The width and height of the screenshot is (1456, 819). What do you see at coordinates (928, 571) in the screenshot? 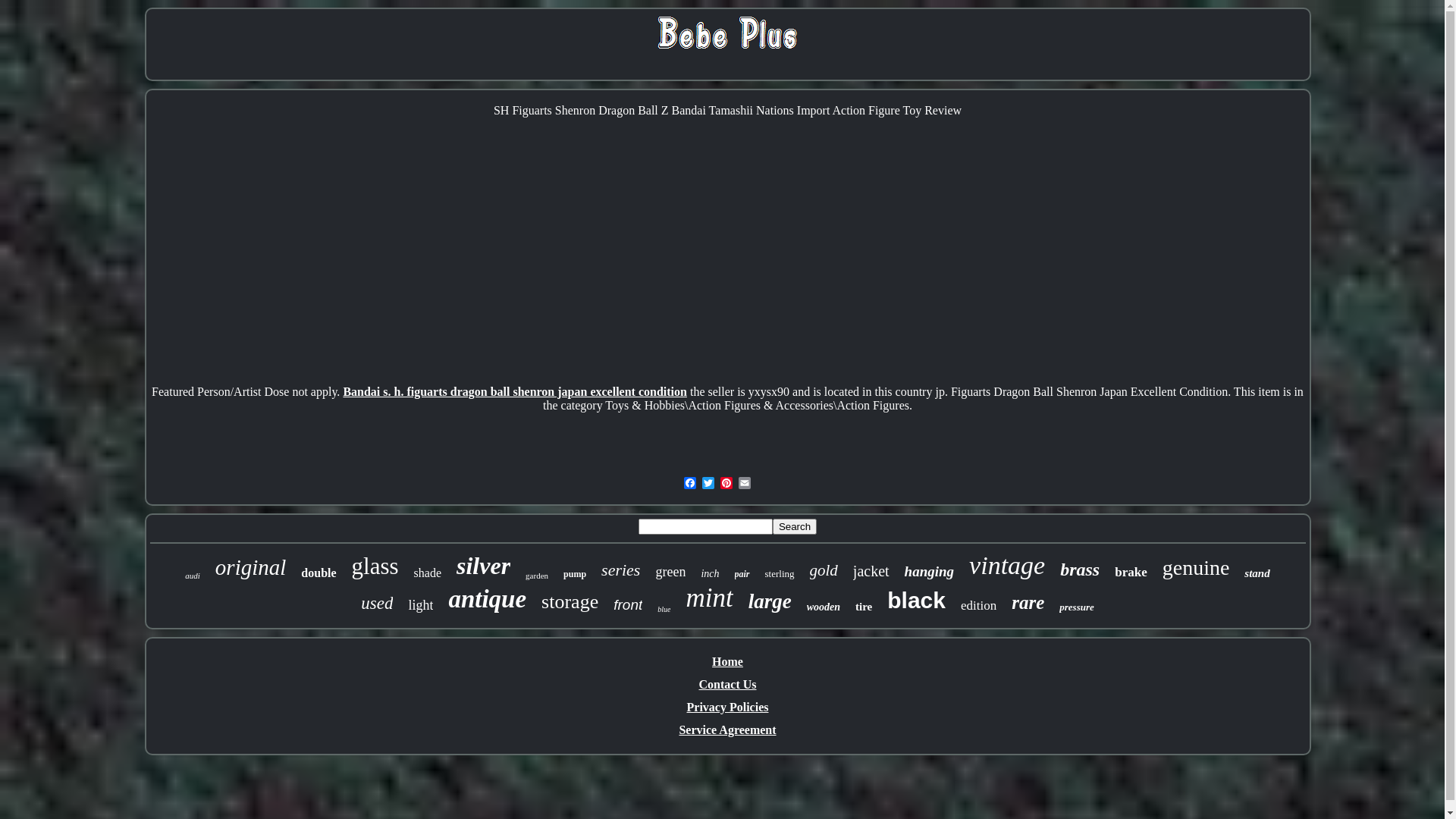
I see `'hanging'` at bounding box center [928, 571].